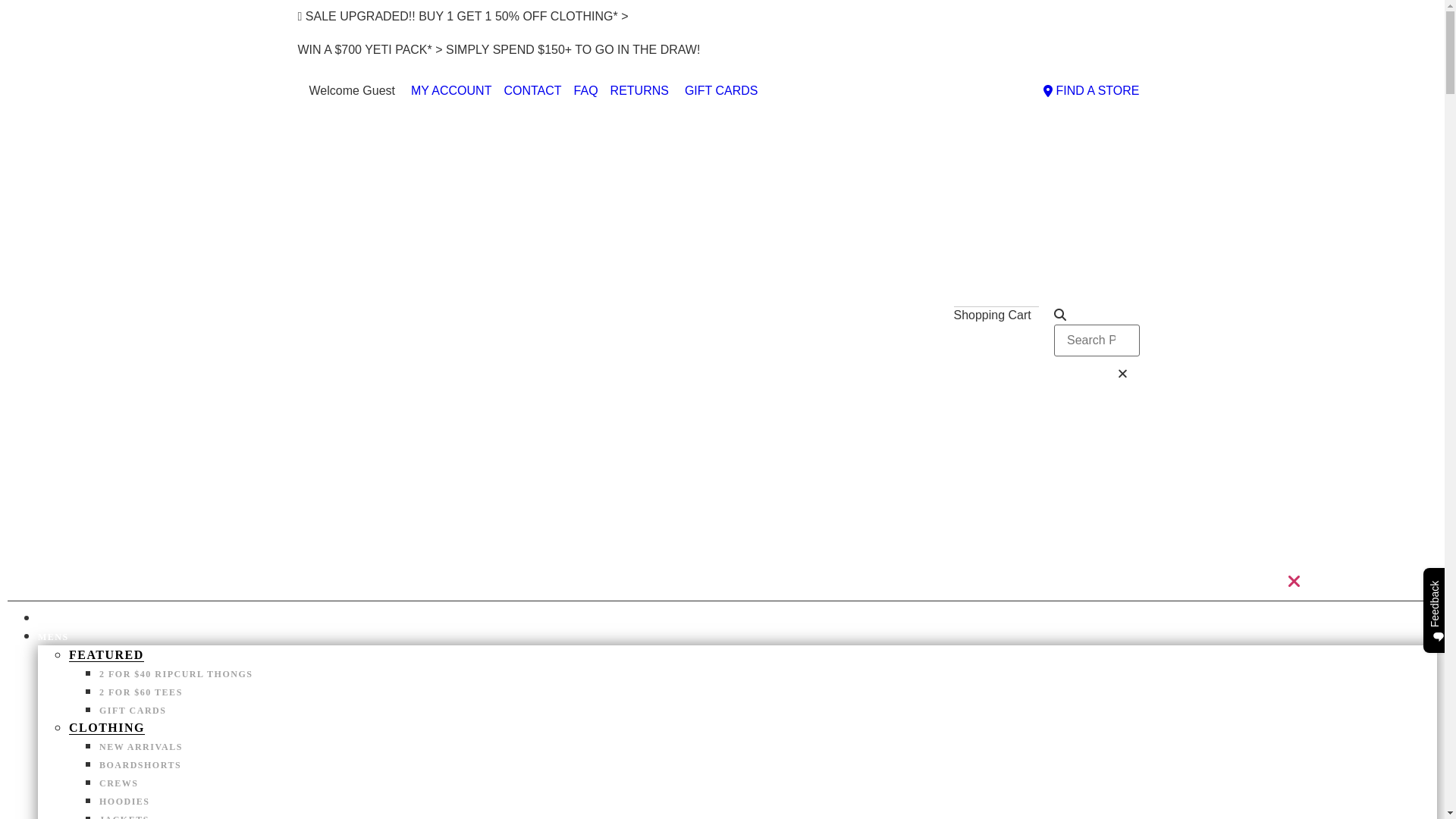  I want to click on 'MY ACCOUNT', so click(448, 90).